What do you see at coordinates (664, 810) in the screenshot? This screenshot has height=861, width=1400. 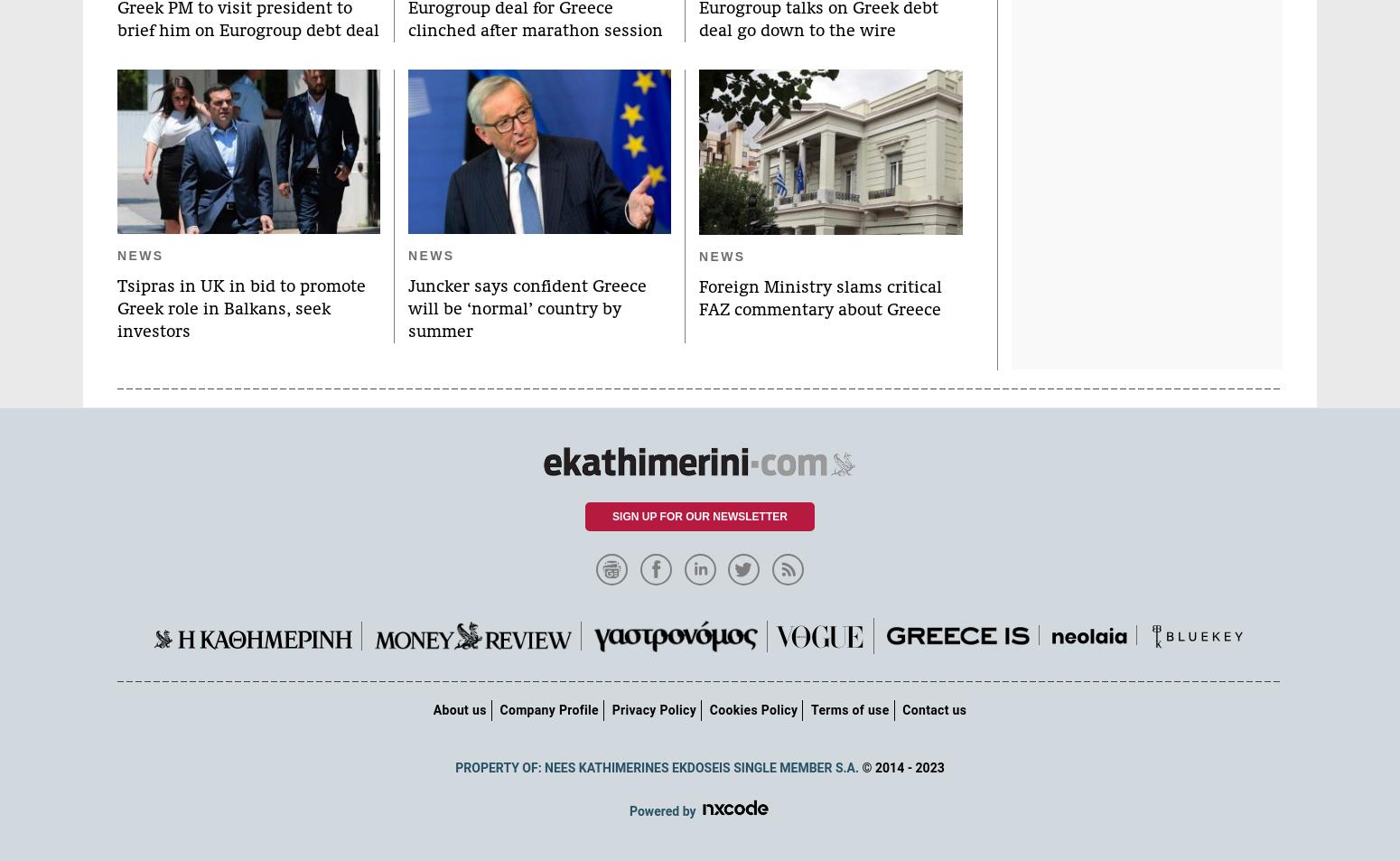 I see `'Powered
                by'` at bounding box center [664, 810].